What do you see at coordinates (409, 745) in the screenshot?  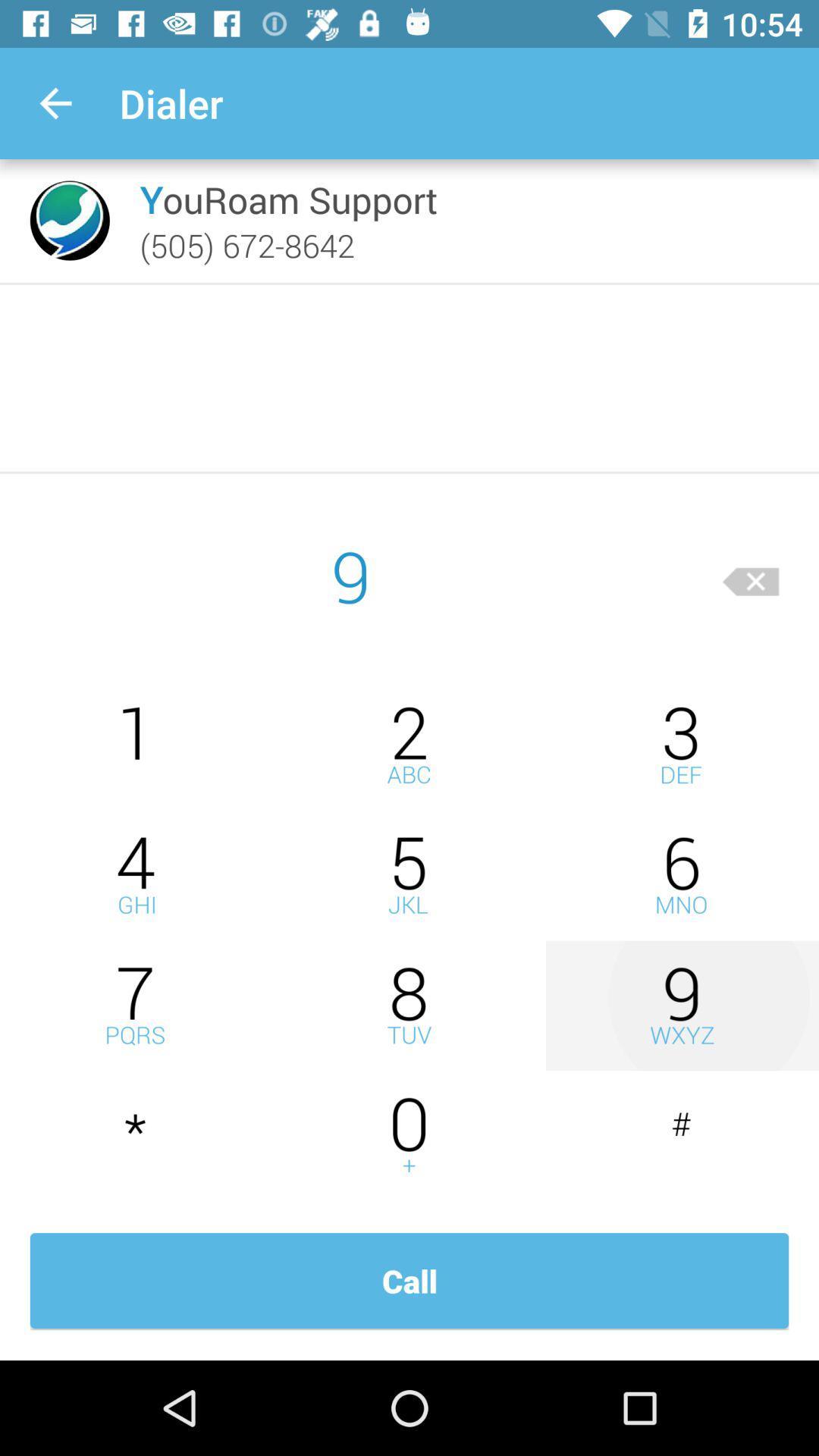 I see `dial 2` at bounding box center [409, 745].